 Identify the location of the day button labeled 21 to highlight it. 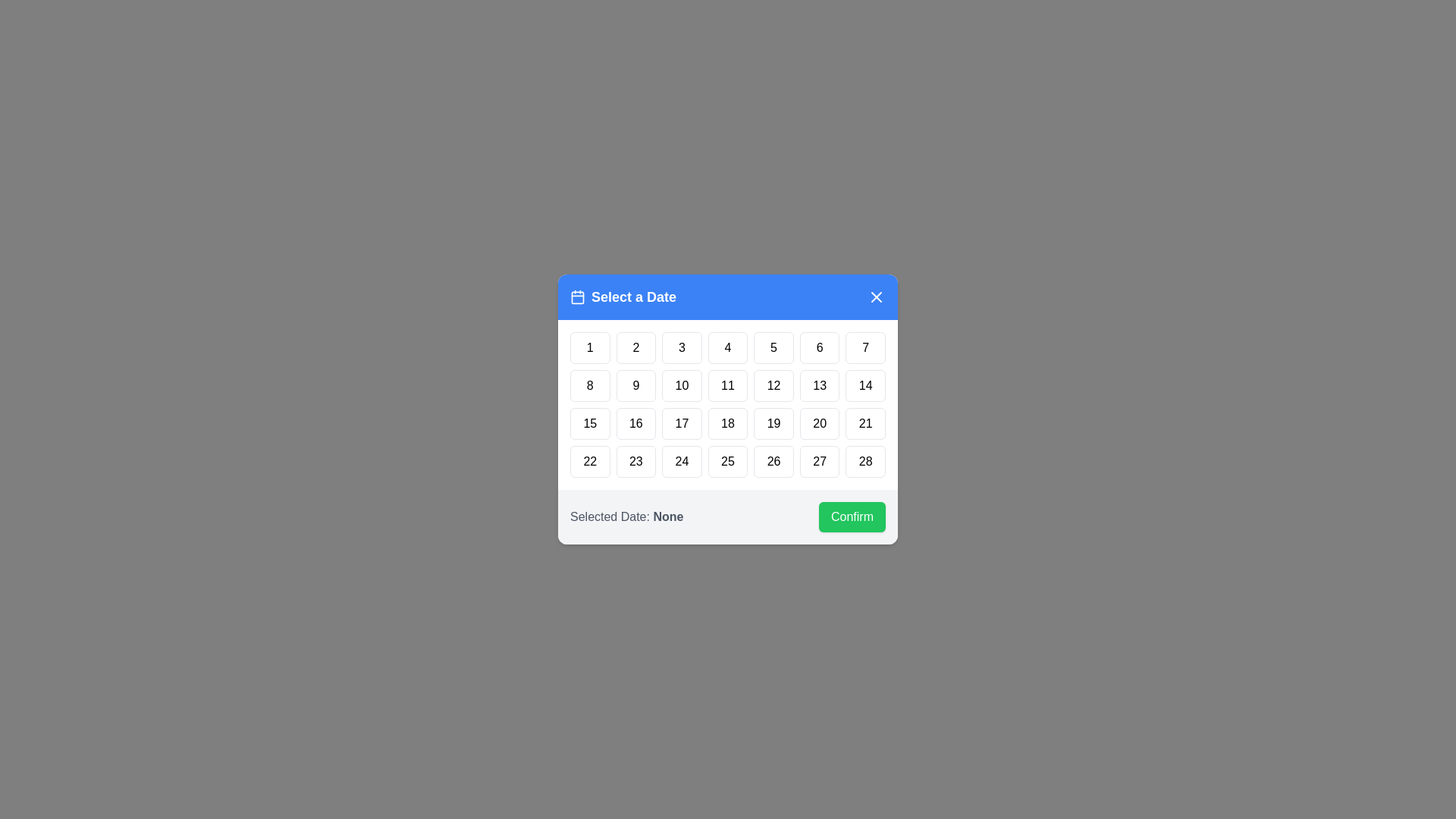
(866, 424).